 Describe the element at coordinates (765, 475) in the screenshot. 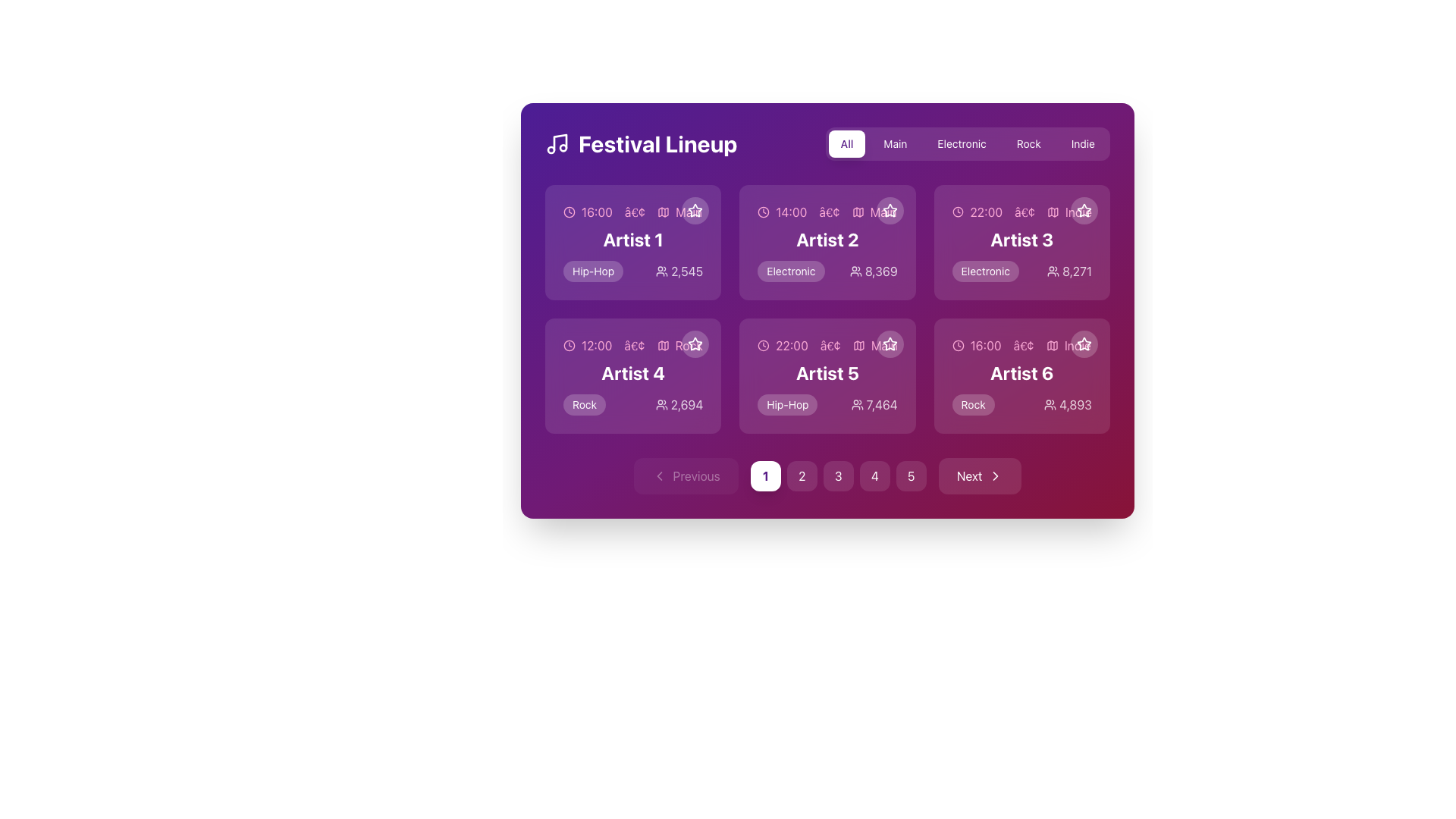

I see `the small rounded square button with a white background and the number '1' in bold purple text` at that location.